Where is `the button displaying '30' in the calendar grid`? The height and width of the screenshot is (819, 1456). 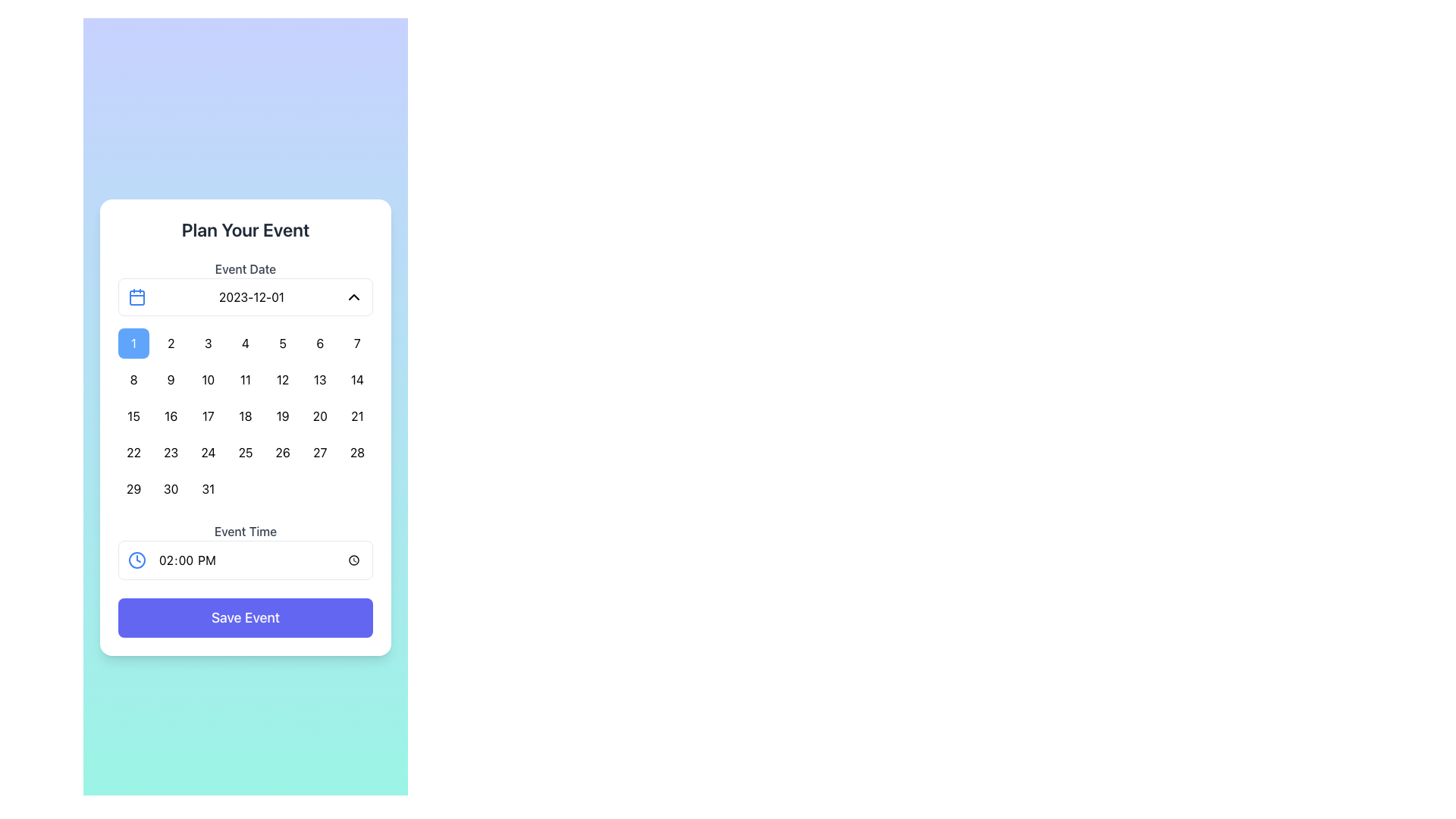
the button displaying '30' in the calendar grid is located at coordinates (171, 488).